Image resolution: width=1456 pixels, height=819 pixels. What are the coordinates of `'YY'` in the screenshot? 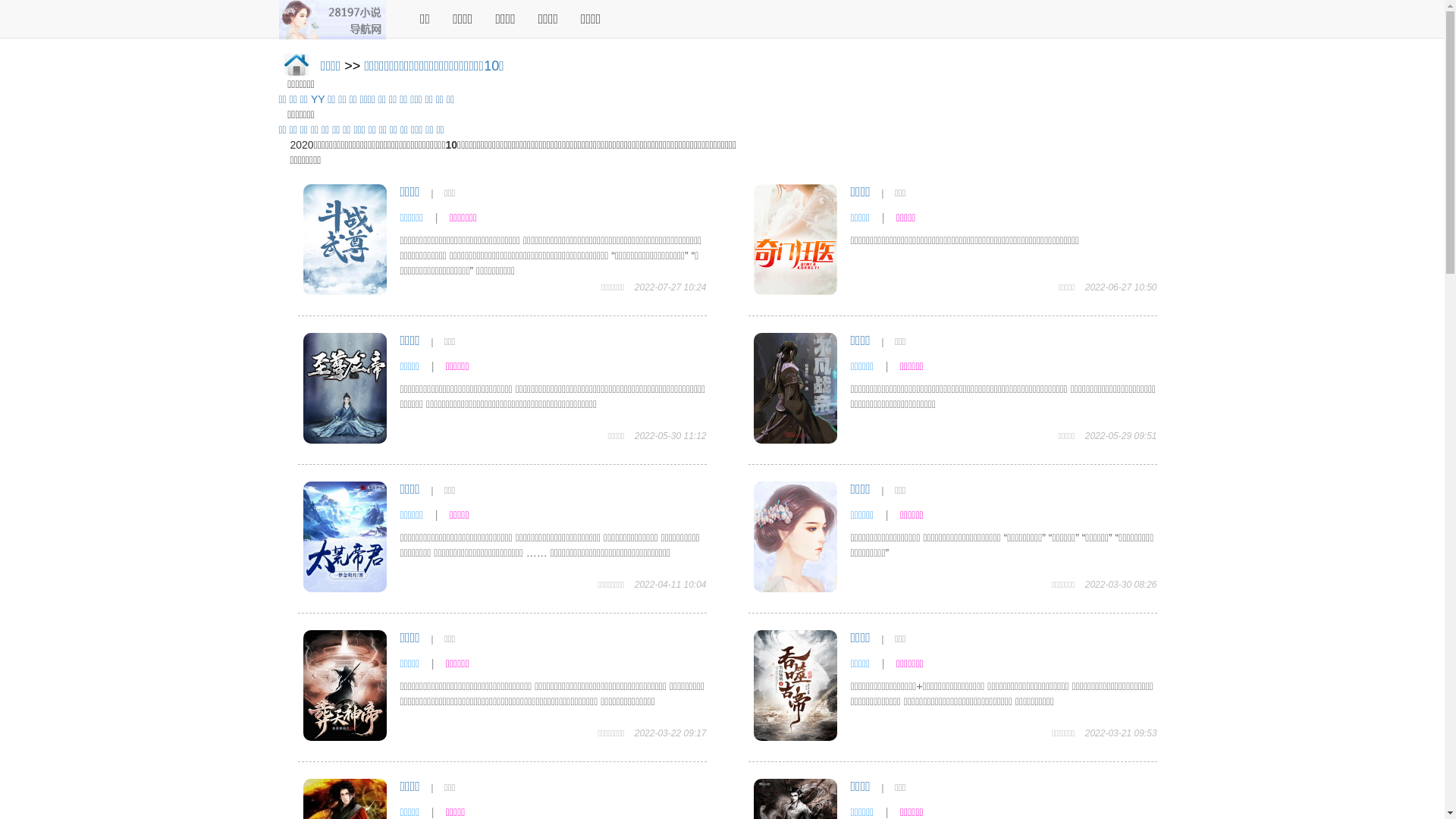 It's located at (316, 99).